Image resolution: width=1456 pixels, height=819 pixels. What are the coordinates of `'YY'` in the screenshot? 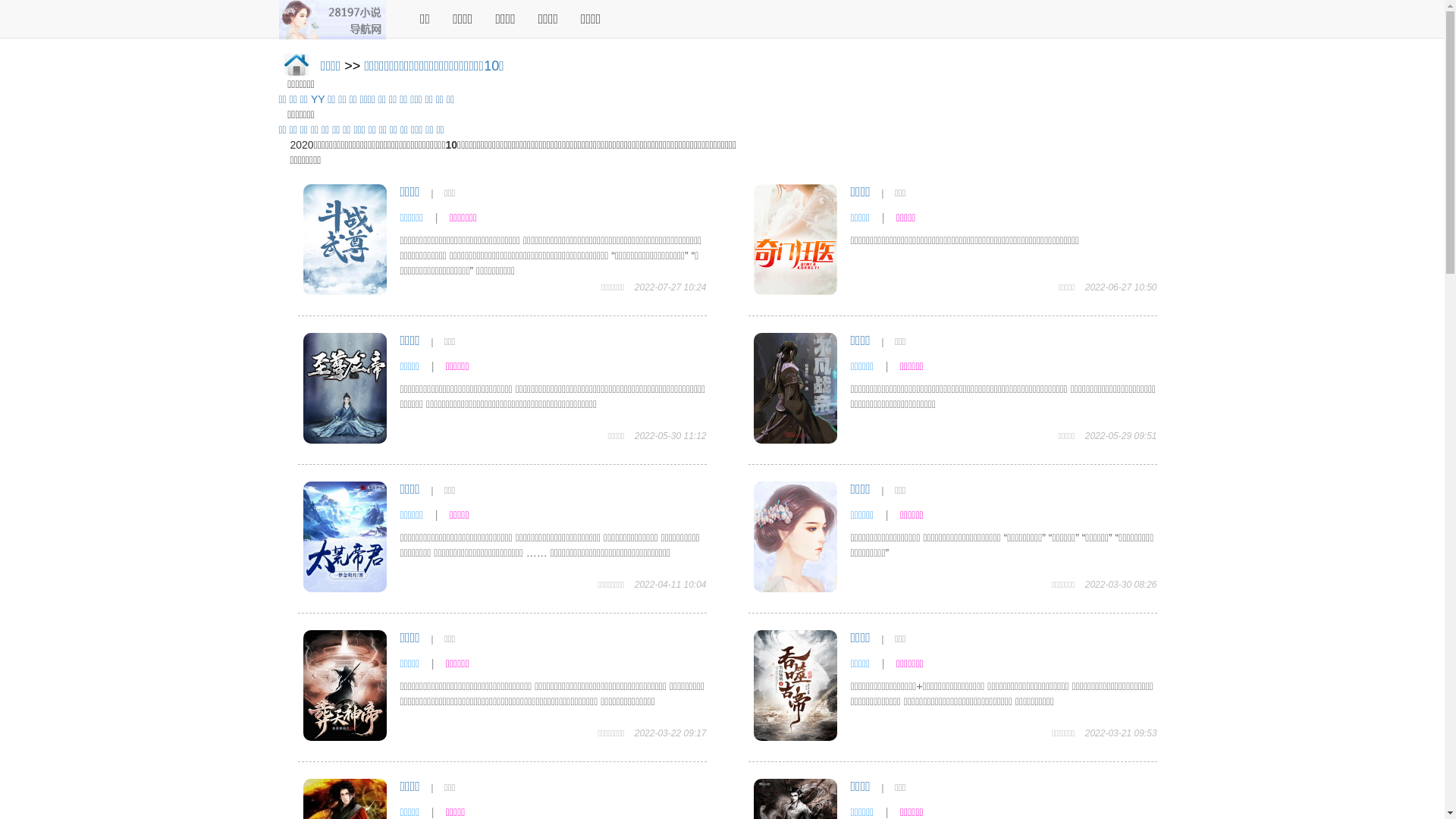 It's located at (316, 99).